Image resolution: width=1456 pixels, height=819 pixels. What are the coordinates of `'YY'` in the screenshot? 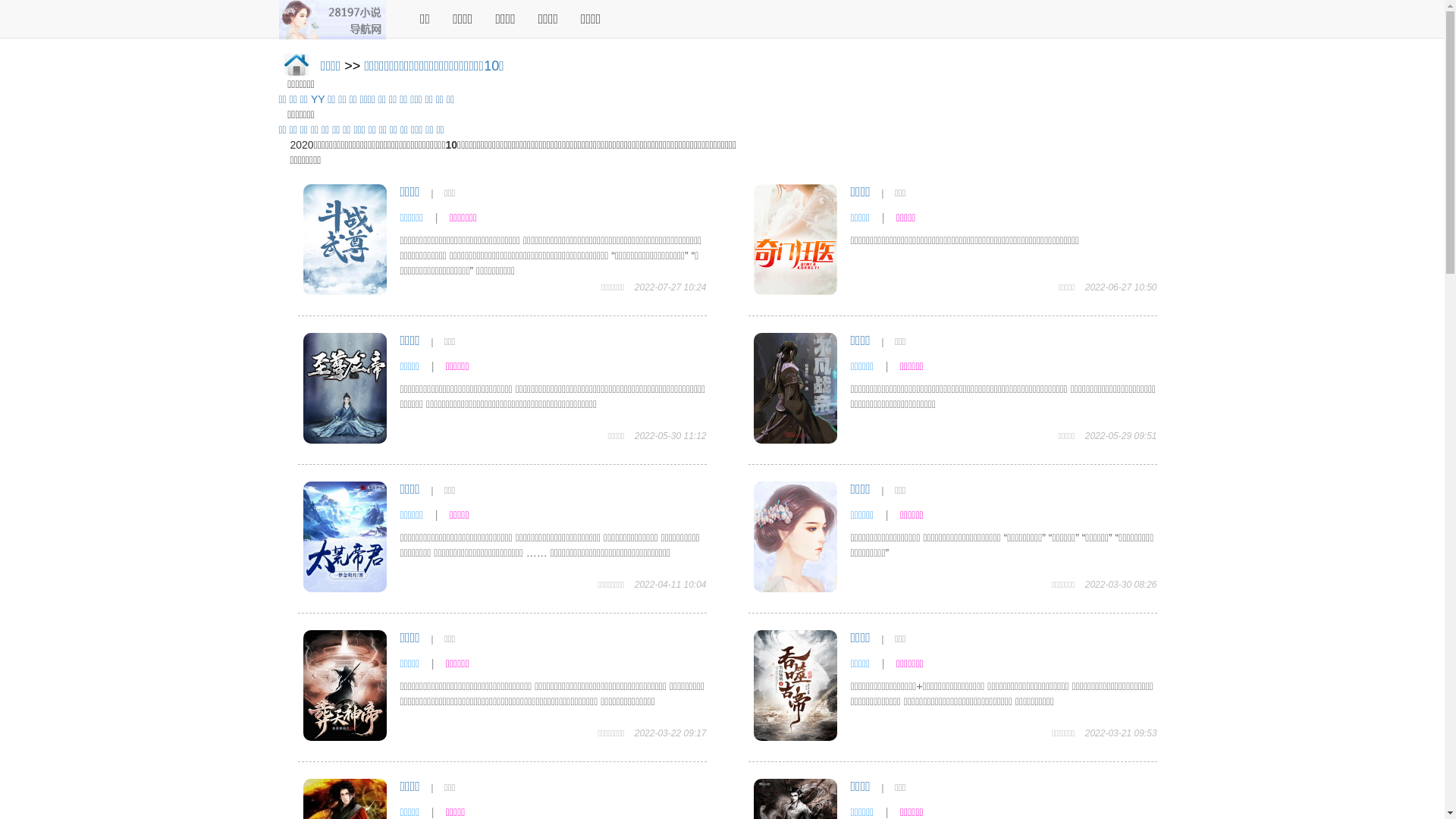 It's located at (316, 99).